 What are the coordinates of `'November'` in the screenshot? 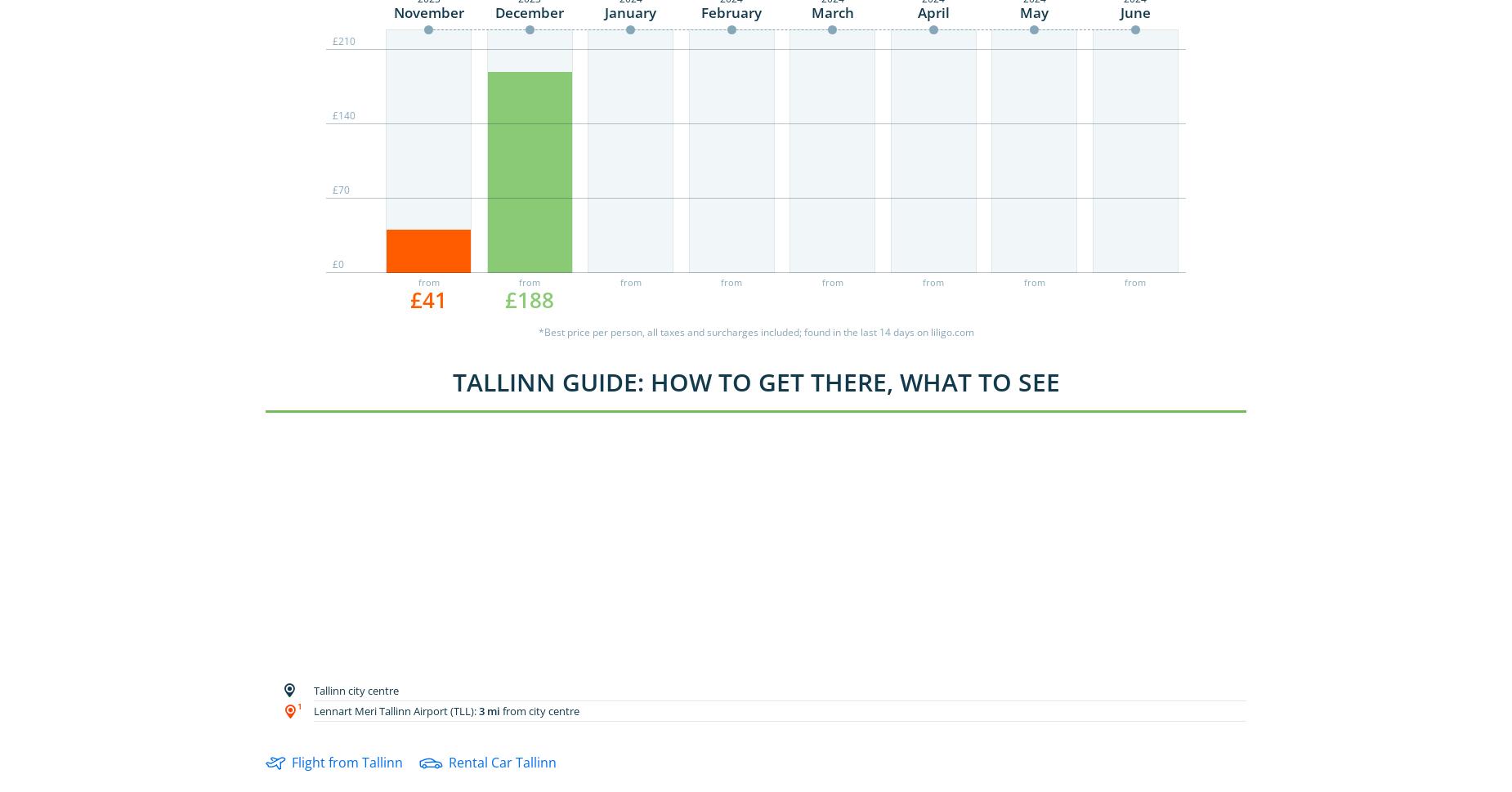 It's located at (427, 12).